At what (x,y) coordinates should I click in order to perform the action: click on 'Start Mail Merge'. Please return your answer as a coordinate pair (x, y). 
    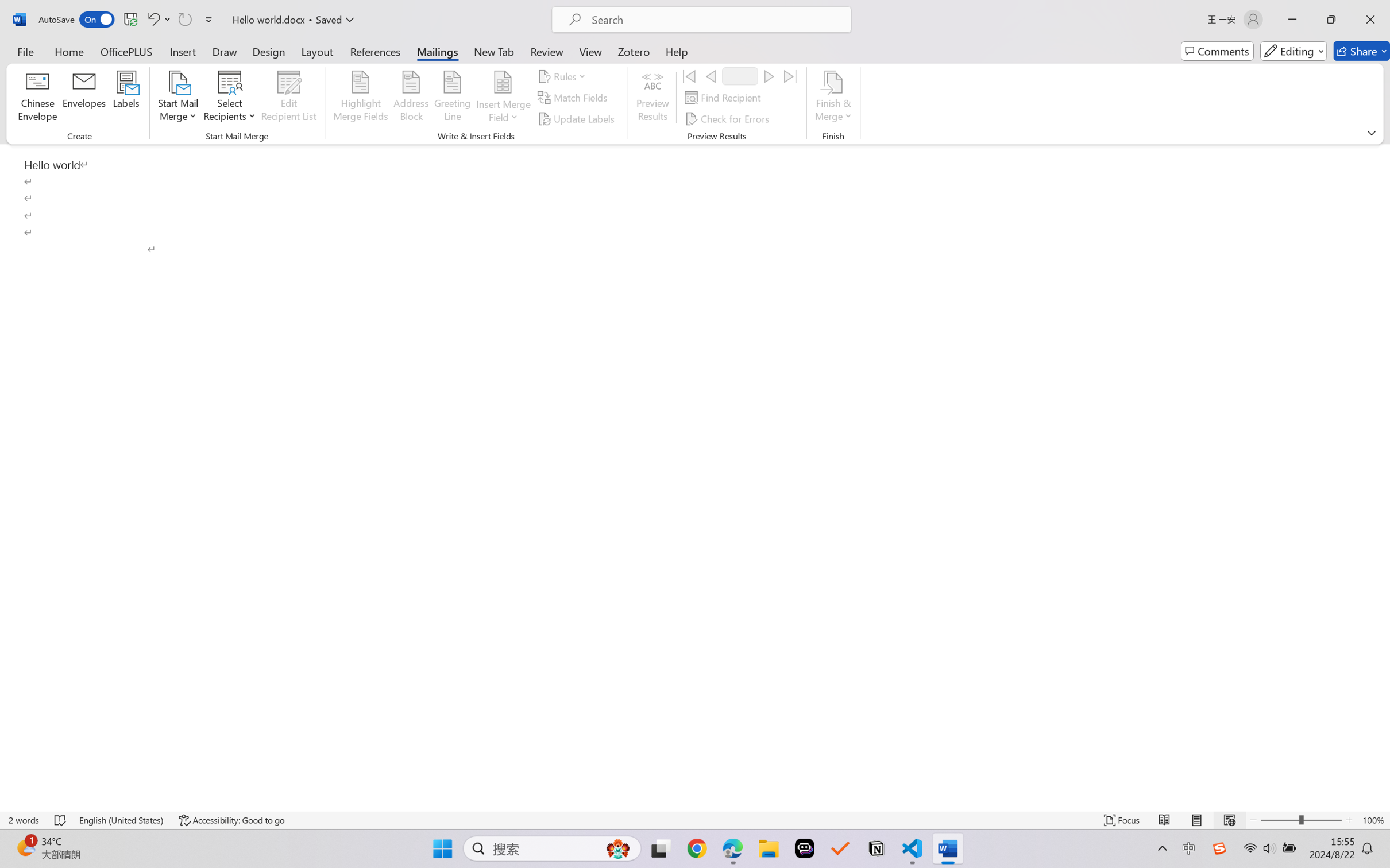
    Looking at the image, I should click on (177, 98).